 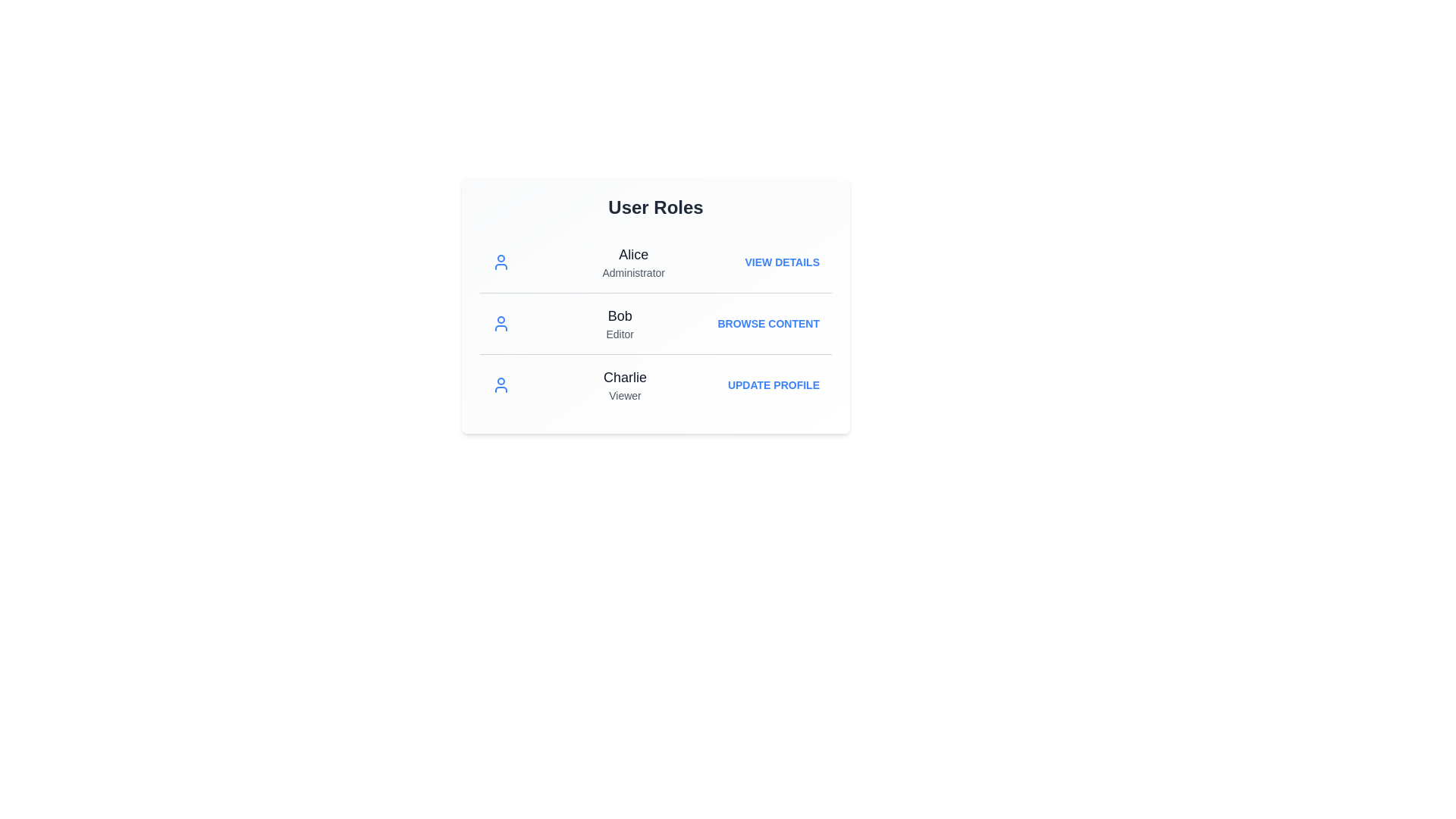 What do you see at coordinates (782, 262) in the screenshot?
I see `the interactive text label styled like a hyperlink or button that displays more detailed information related to 'Alice Administrator', positioned in the middle row of the 'User Roles' table interface` at bounding box center [782, 262].